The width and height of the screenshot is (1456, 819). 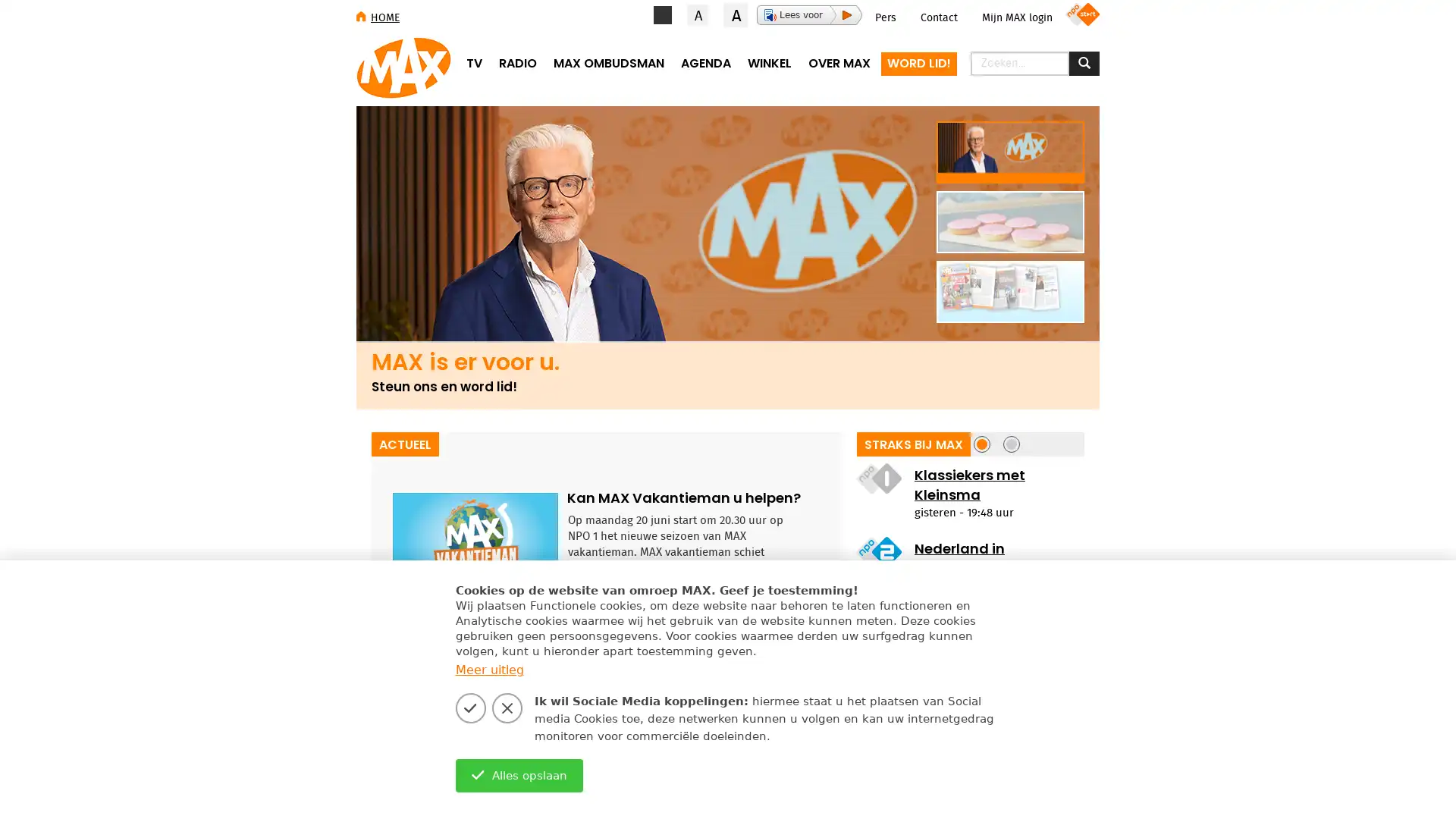 I want to click on Alles opslaan, so click(x=519, y=775).